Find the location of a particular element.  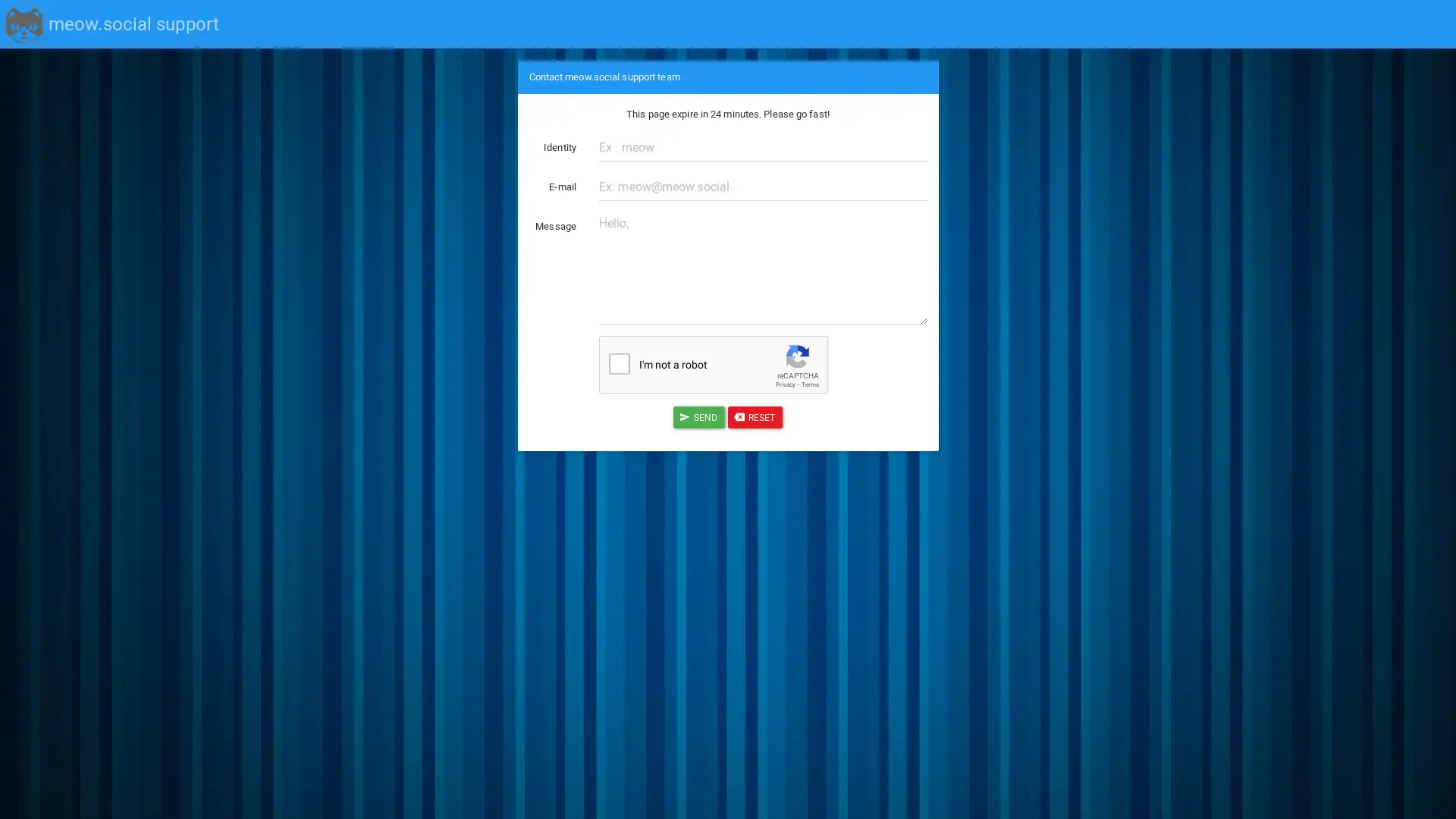

RESET is located at coordinates (755, 416).